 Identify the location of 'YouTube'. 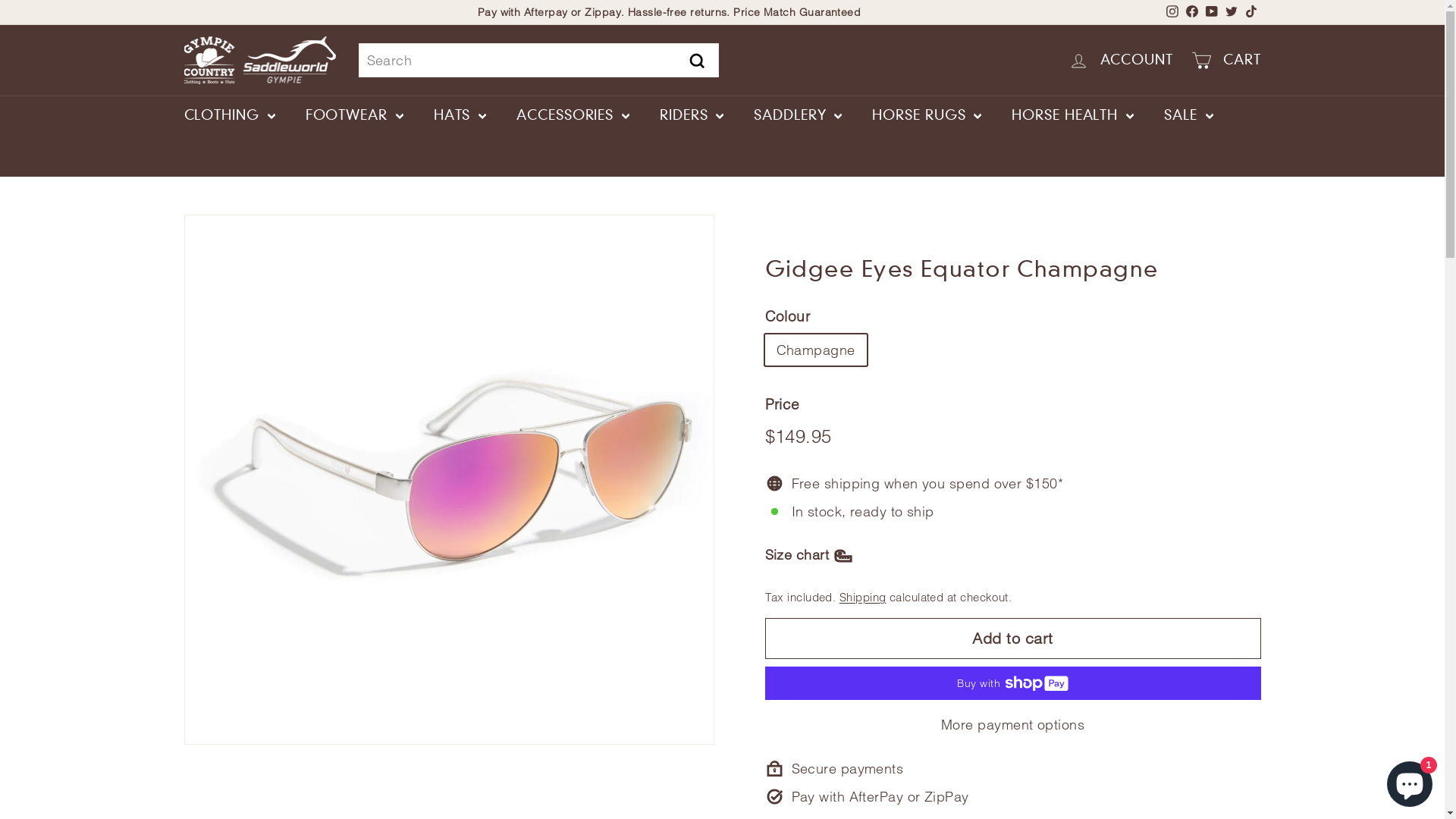
(1200, 12).